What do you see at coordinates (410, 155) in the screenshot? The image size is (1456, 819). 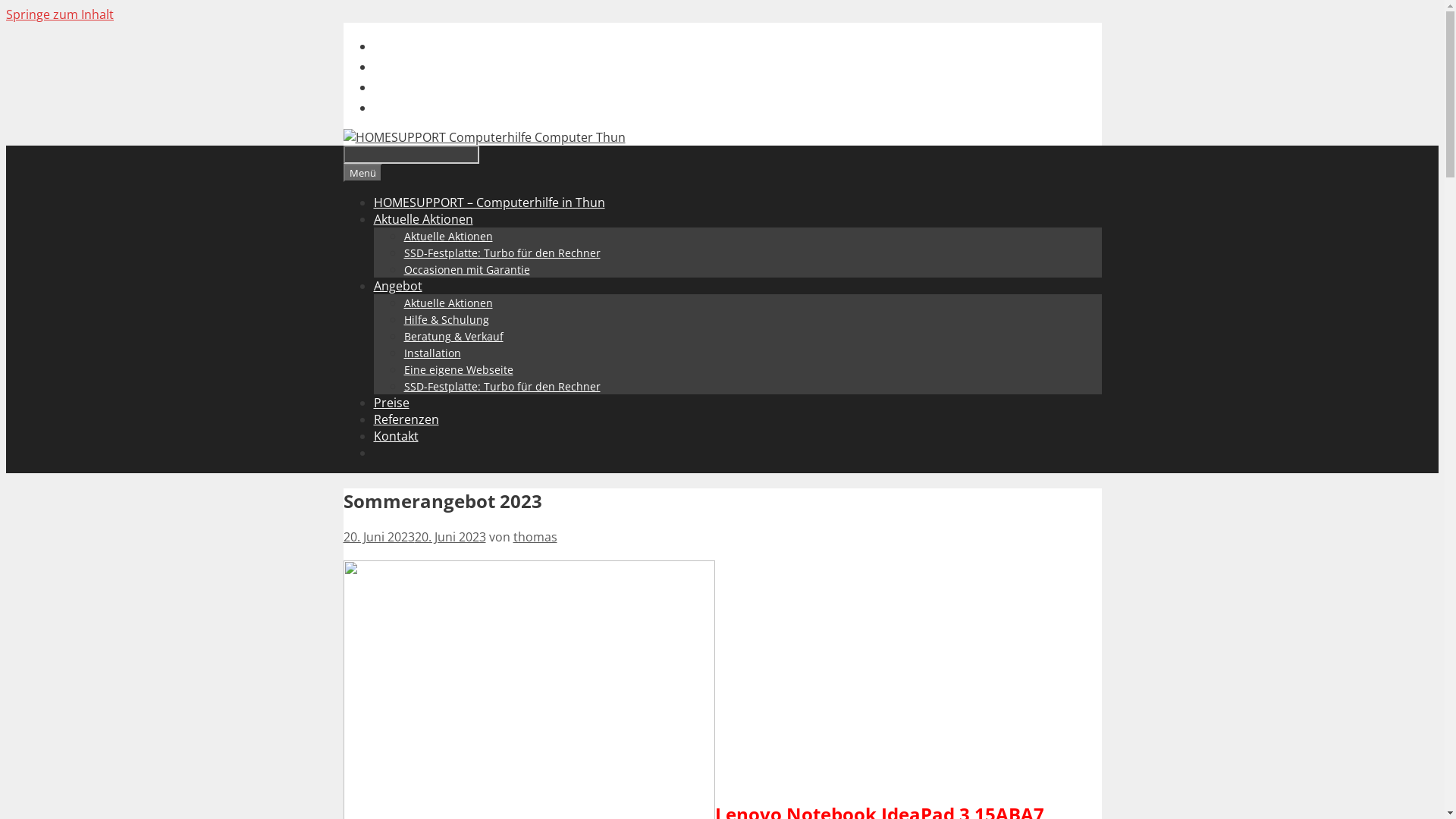 I see `'Suchen'` at bounding box center [410, 155].